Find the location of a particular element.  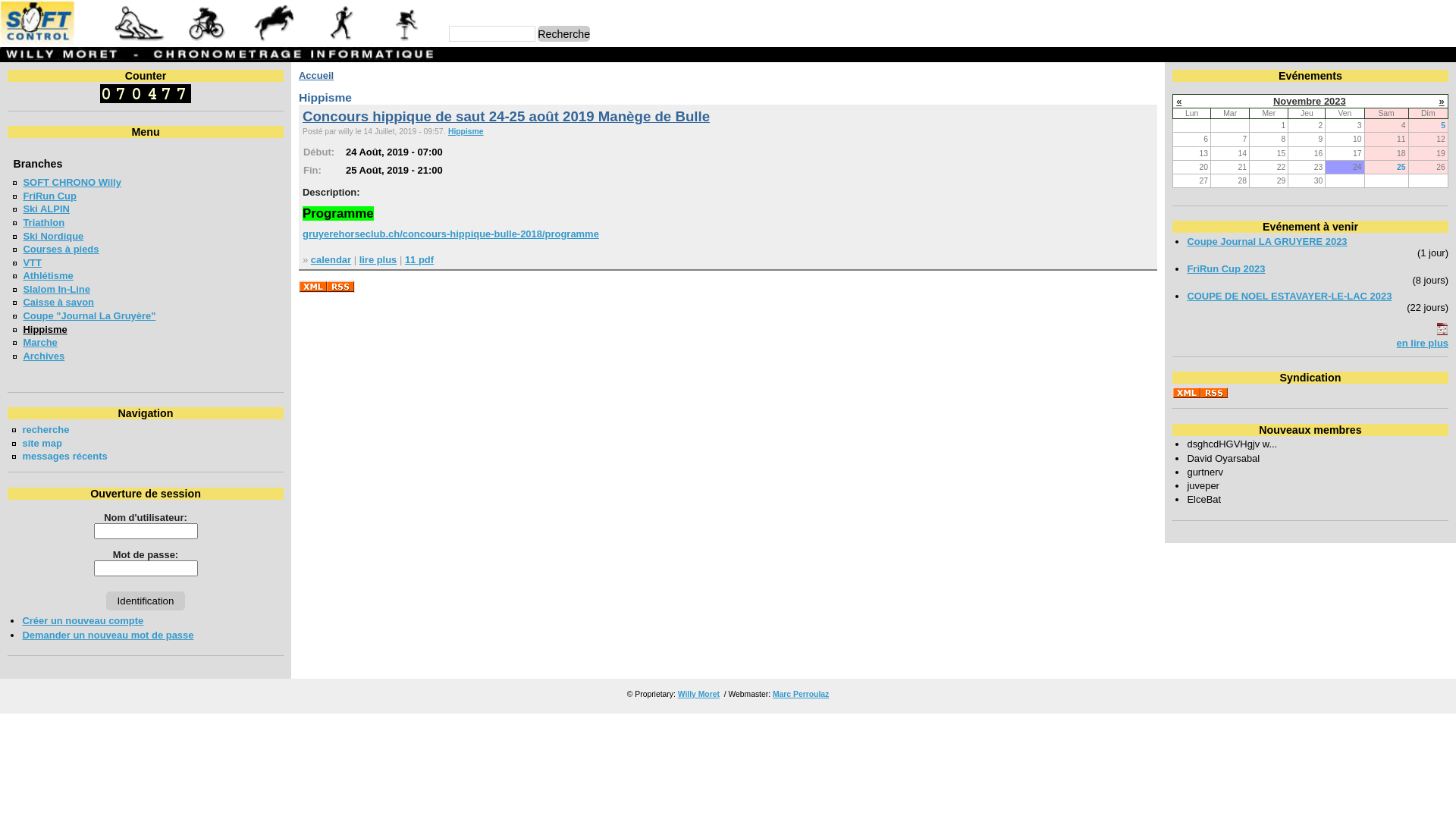

'recherche' is located at coordinates (45, 429).